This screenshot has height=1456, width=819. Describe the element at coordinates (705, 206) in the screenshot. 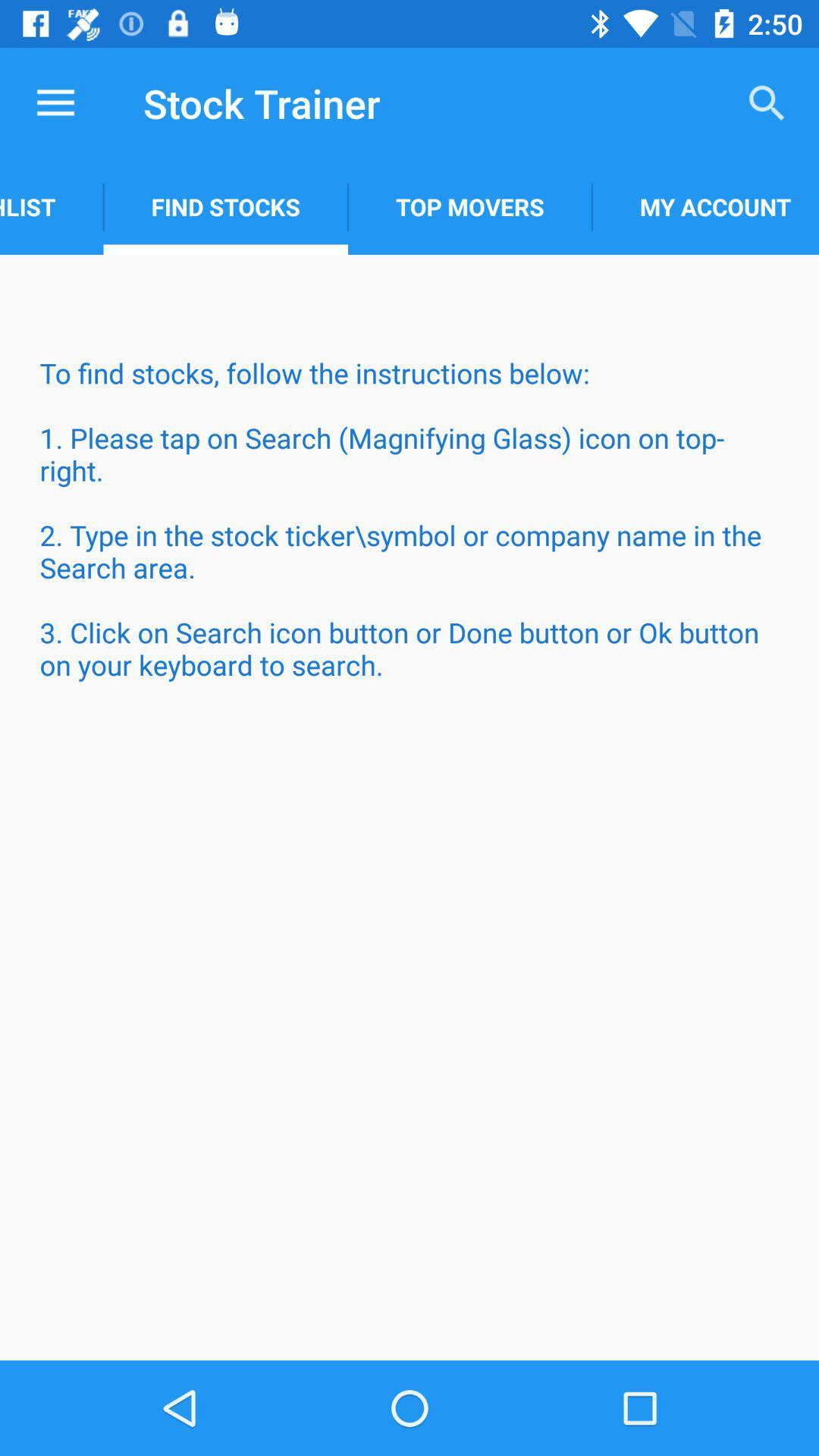

I see `my account item` at that location.